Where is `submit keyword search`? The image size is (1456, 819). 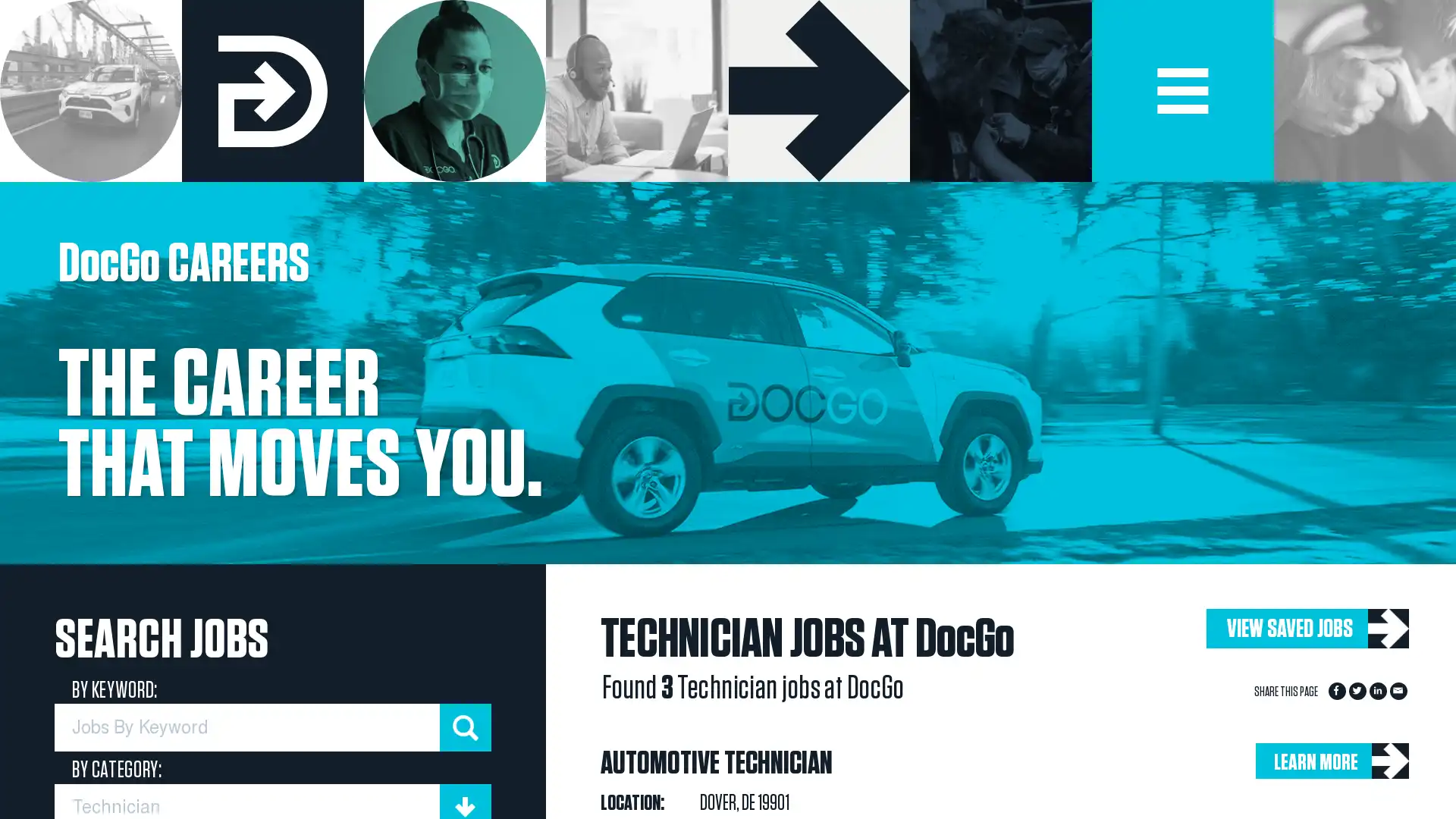
submit keyword search is located at coordinates (465, 726).